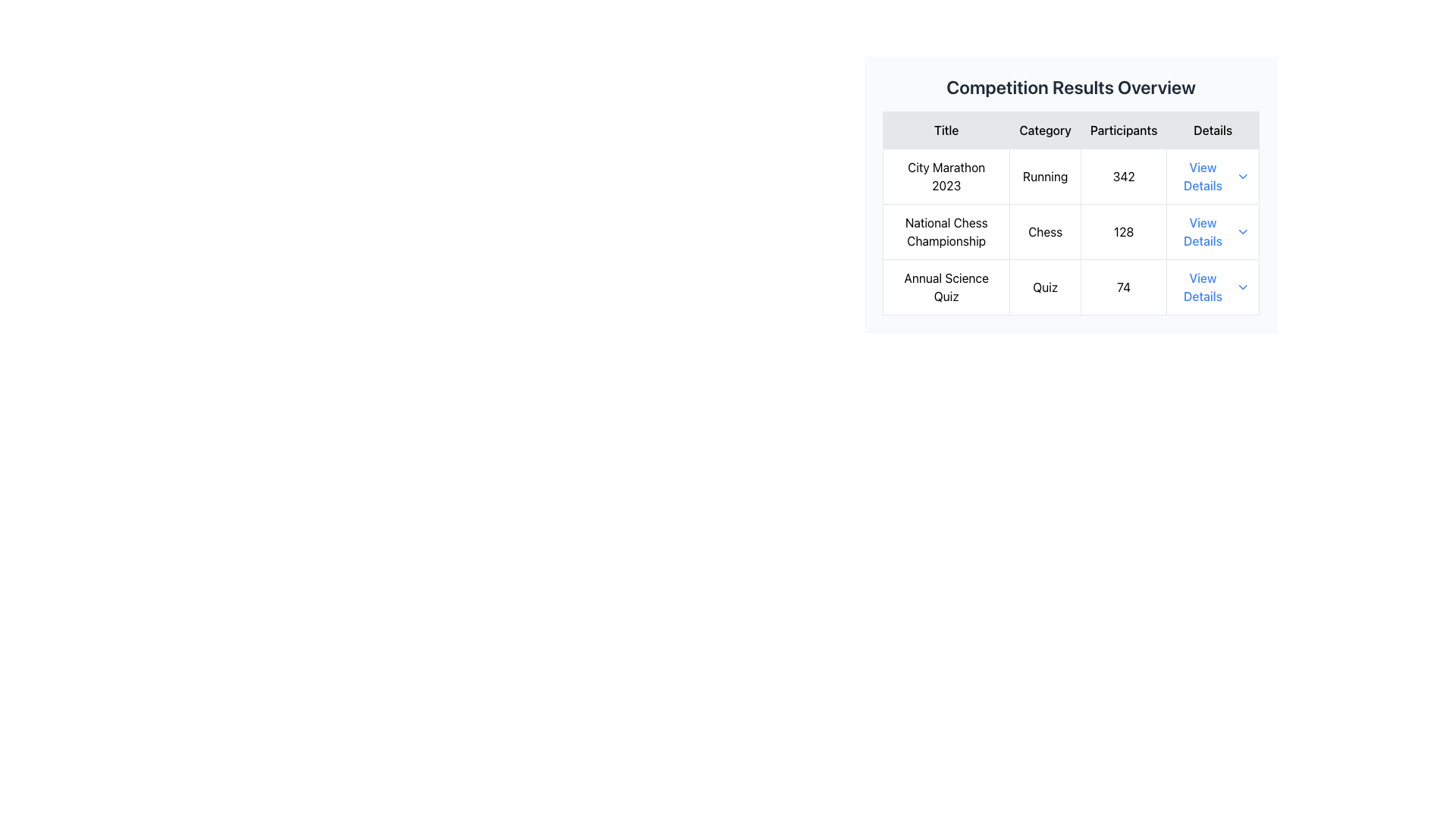 The width and height of the screenshot is (1456, 819). Describe the element at coordinates (1211, 287) in the screenshot. I see `the 'View Details' button with a blue label and a downwards-pointing chevron icon located in the 'Details' column of the 'Annual Science Quiz' row` at that location.